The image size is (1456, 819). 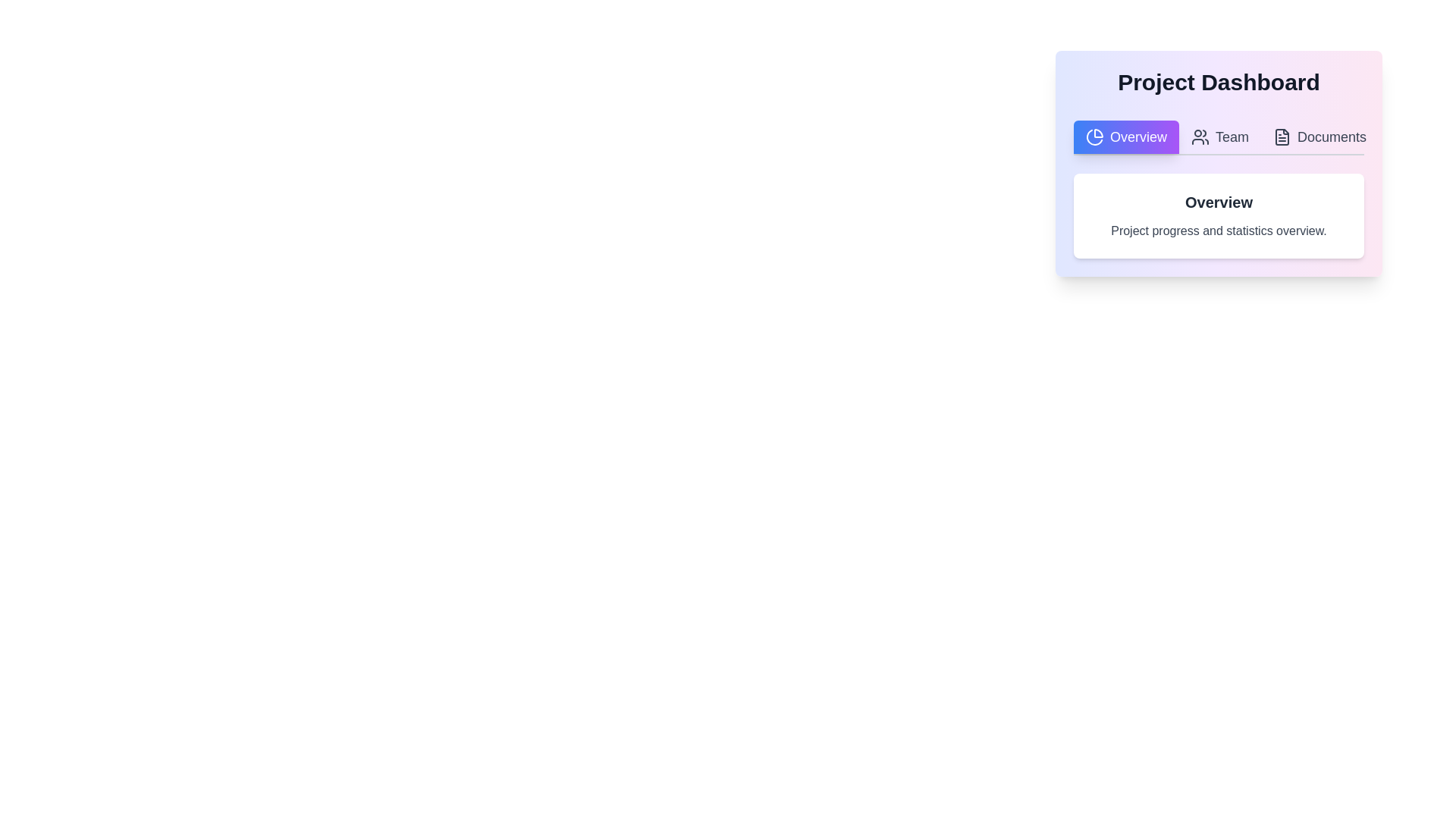 I want to click on the Team tab by clicking its corresponding button, so click(x=1219, y=137).